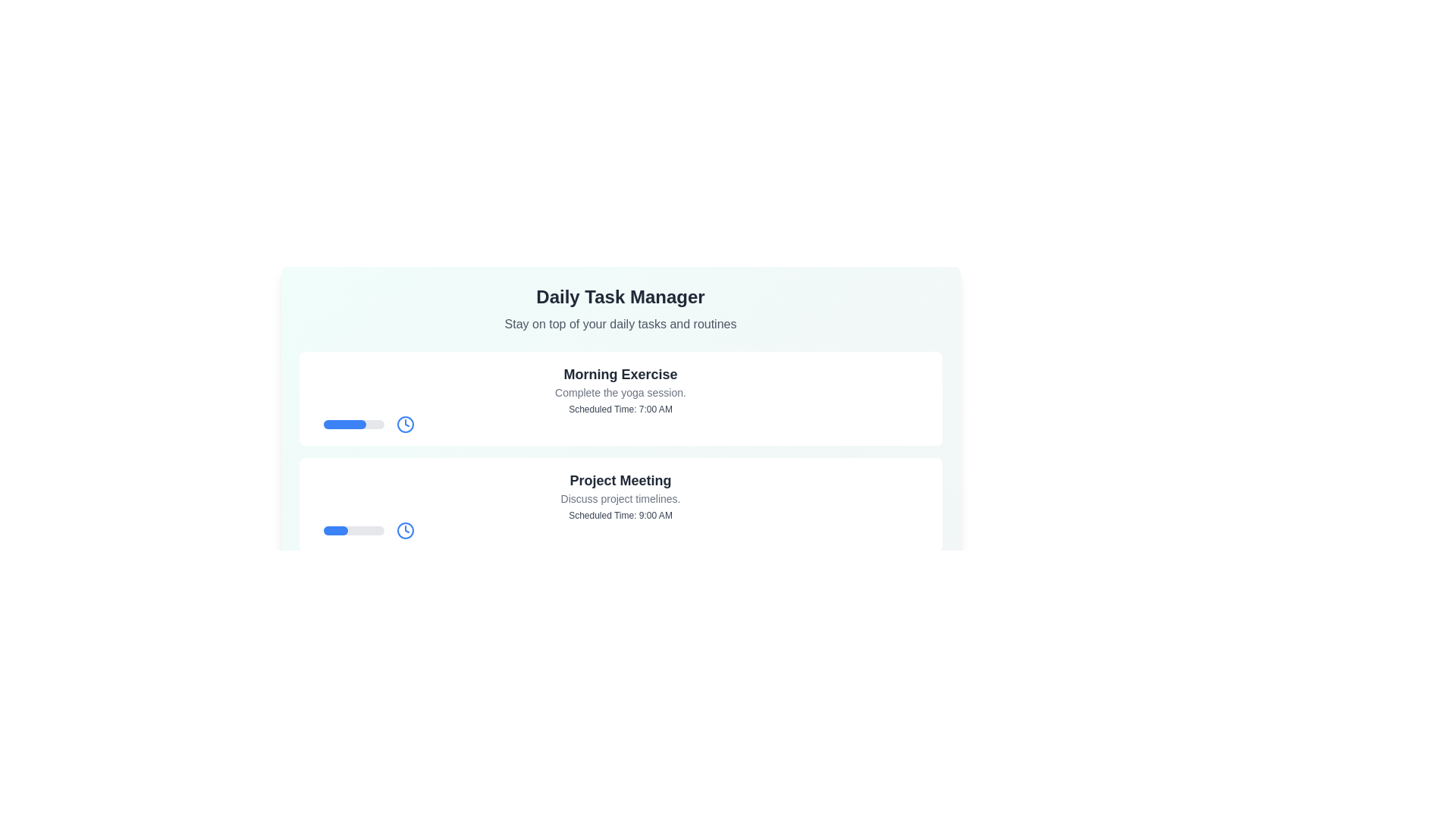 Image resolution: width=1456 pixels, height=819 pixels. What do you see at coordinates (626, 424) in the screenshot?
I see `progress completion of the 'Morning Exercise' progress indicator located at the bottom of the card, which spans most of the card's width` at bounding box center [626, 424].